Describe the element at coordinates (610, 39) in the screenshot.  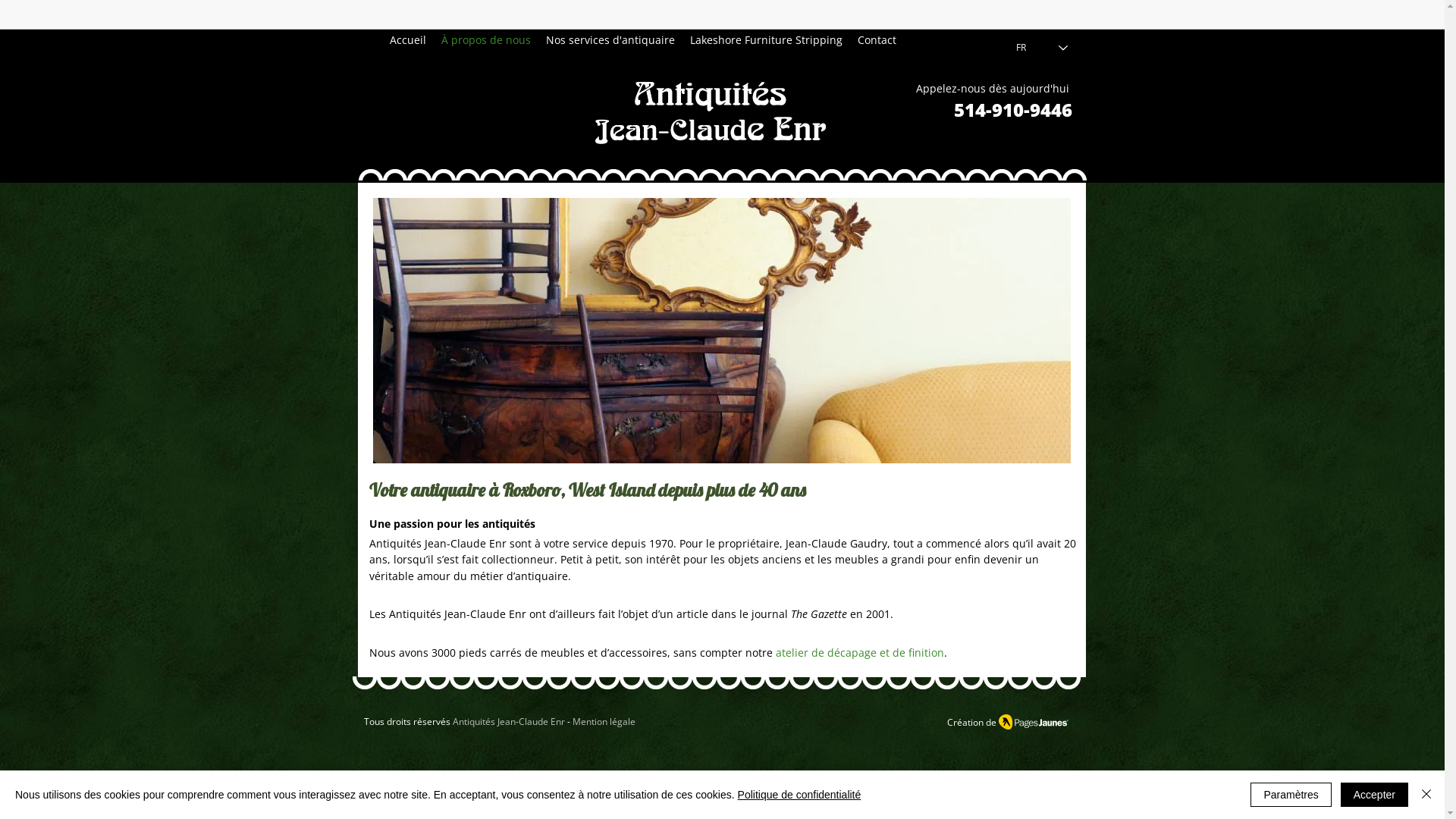
I see `'Nos services d'antiquaire'` at that location.